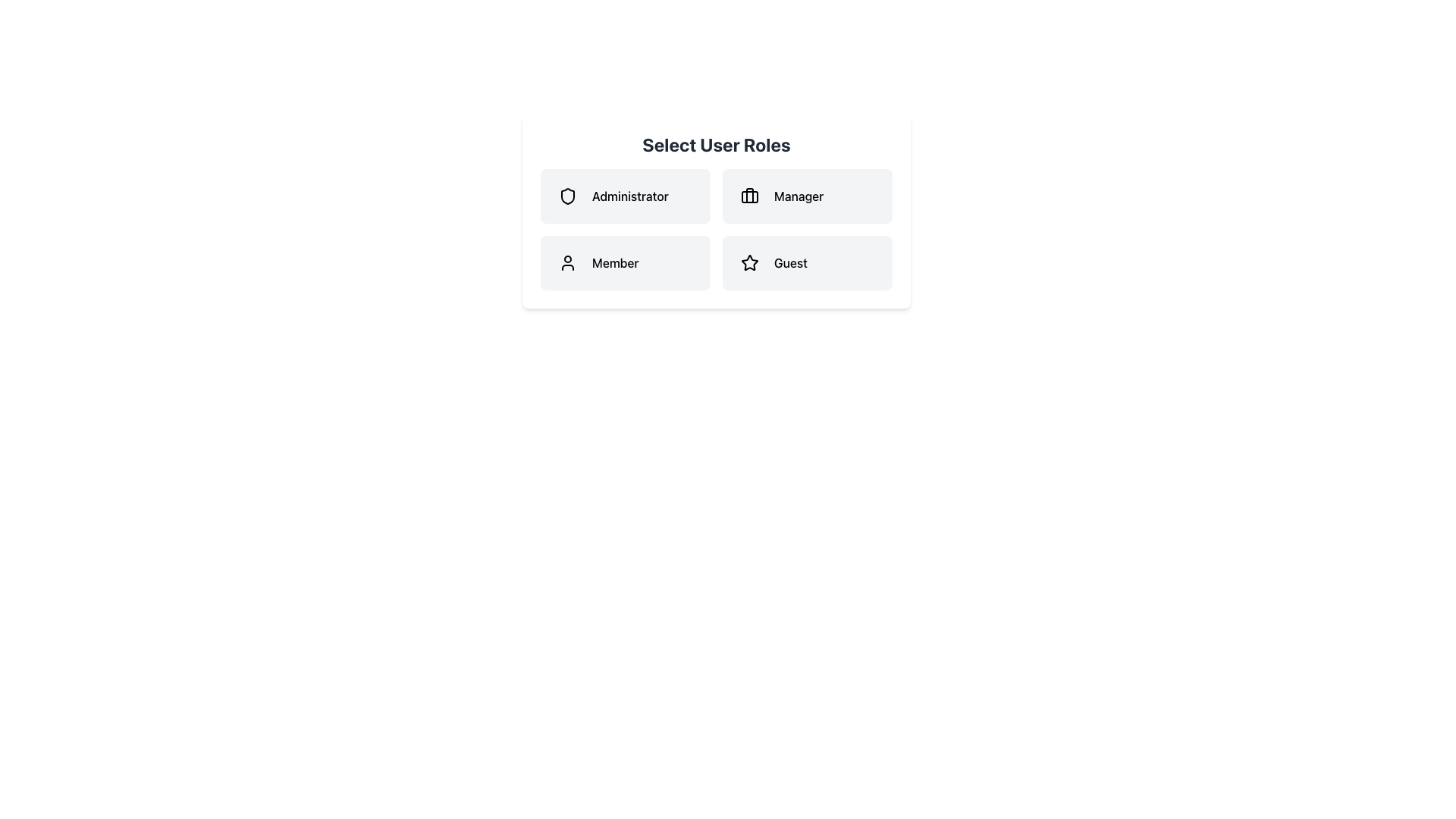 Image resolution: width=1456 pixels, height=819 pixels. Describe the element at coordinates (807, 195) in the screenshot. I see `the 'Manager' role selection button located in the top-right corner of the 'Select User Roles' grid` at that location.